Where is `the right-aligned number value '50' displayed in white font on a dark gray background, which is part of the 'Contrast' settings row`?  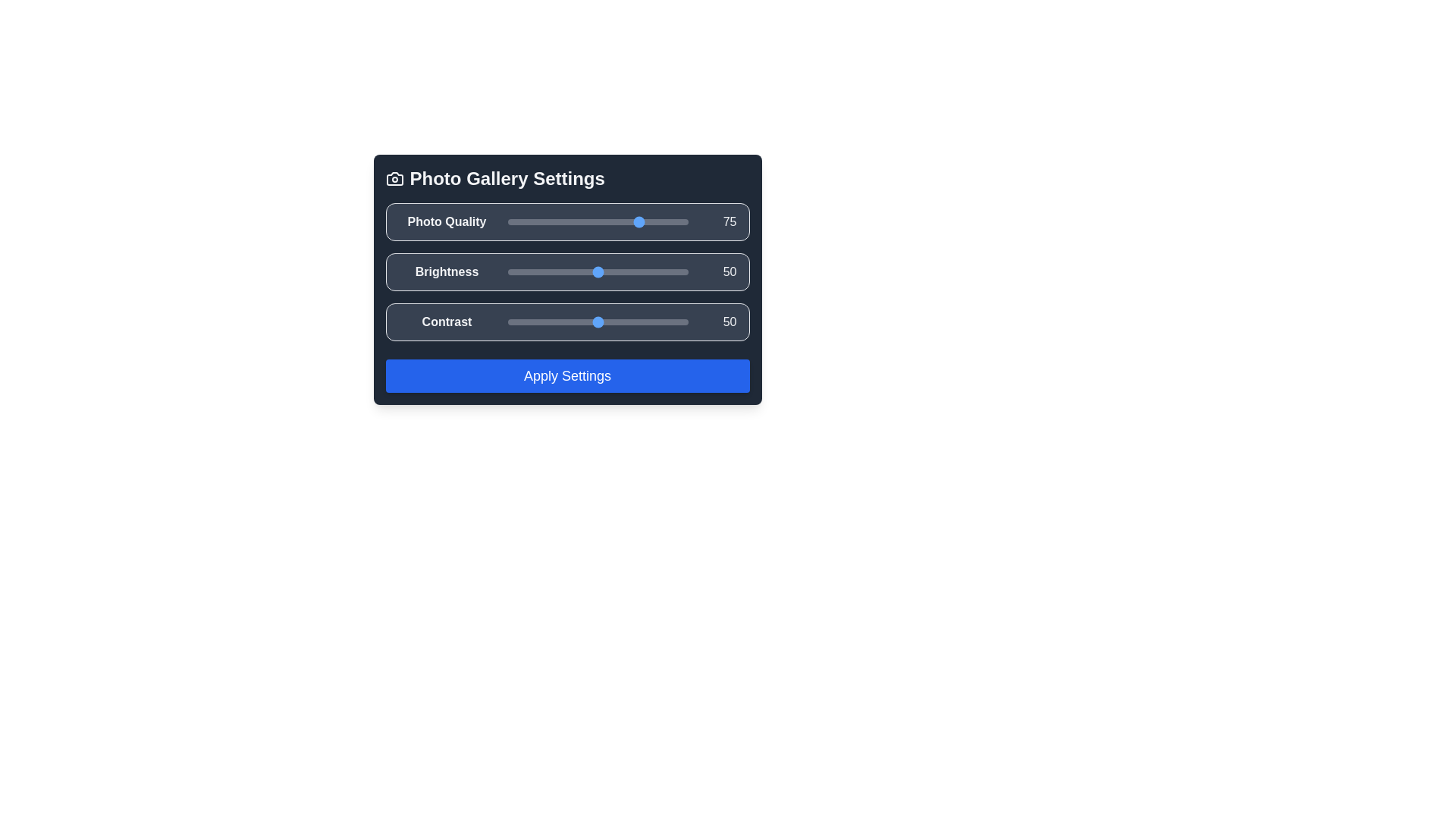 the right-aligned number value '50' displayed in white font on a dark gray background, which is part of the 'Contrast' settings row is located at coordinates (717, 321).